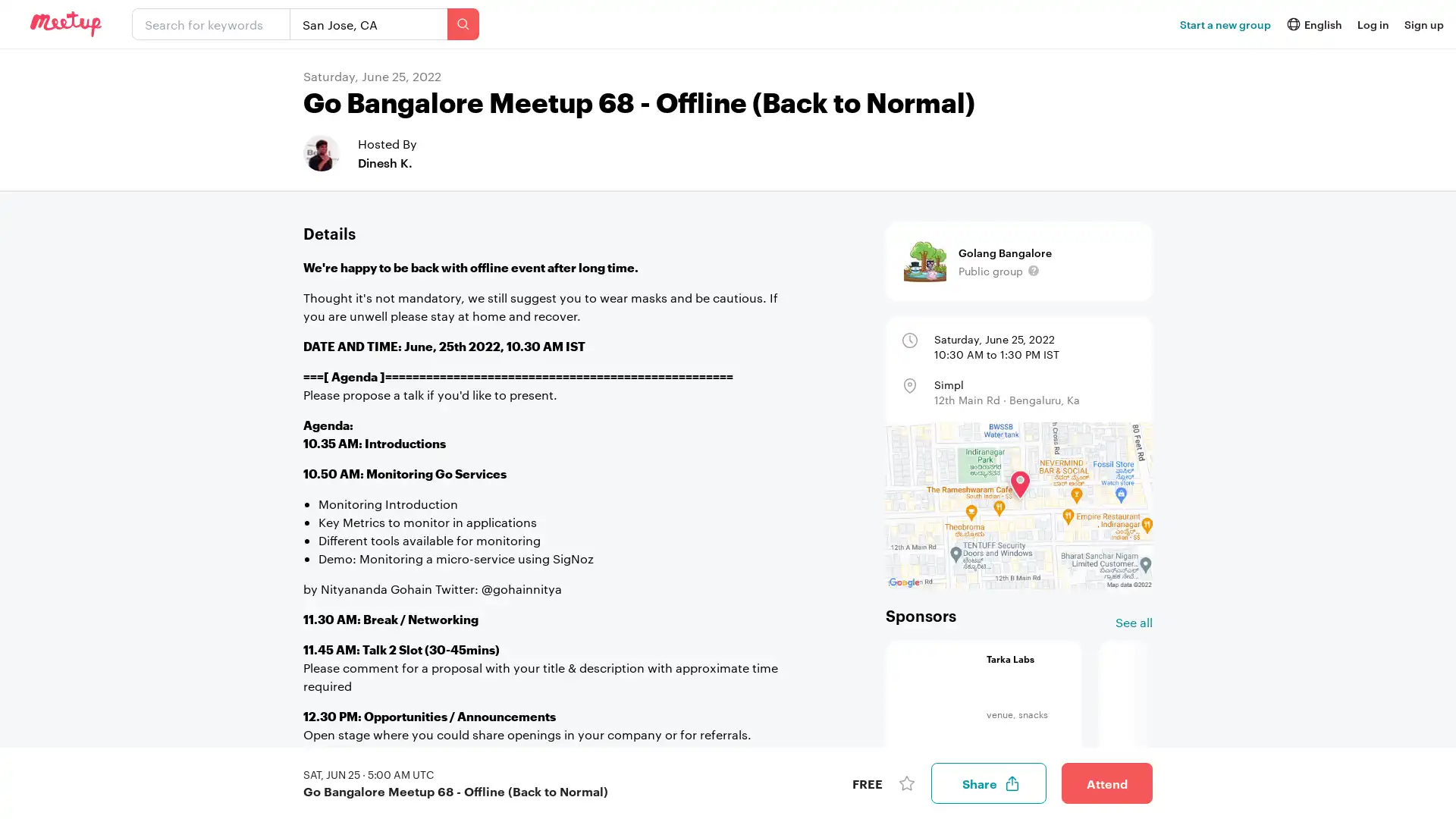 This screenshot has height=819, width=1456. What do you see at coordinates (462, 24) in the screenshot?
I see `Search events` at bounding box center [462, 24].